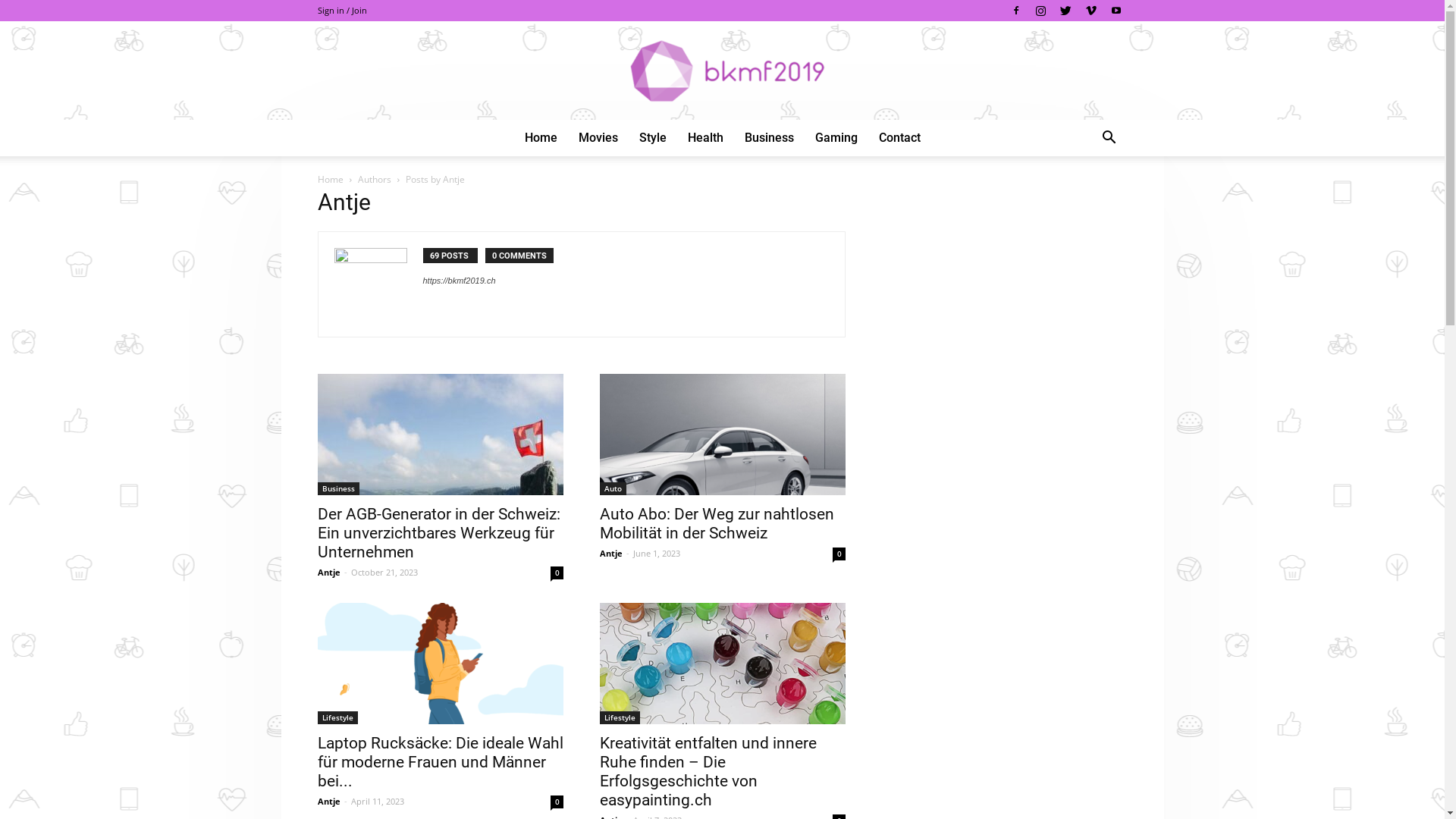 The image size is (1456, 819). Describe the element at coordinates (769, 137) in the screenshot. I see `'Business'` at that location.